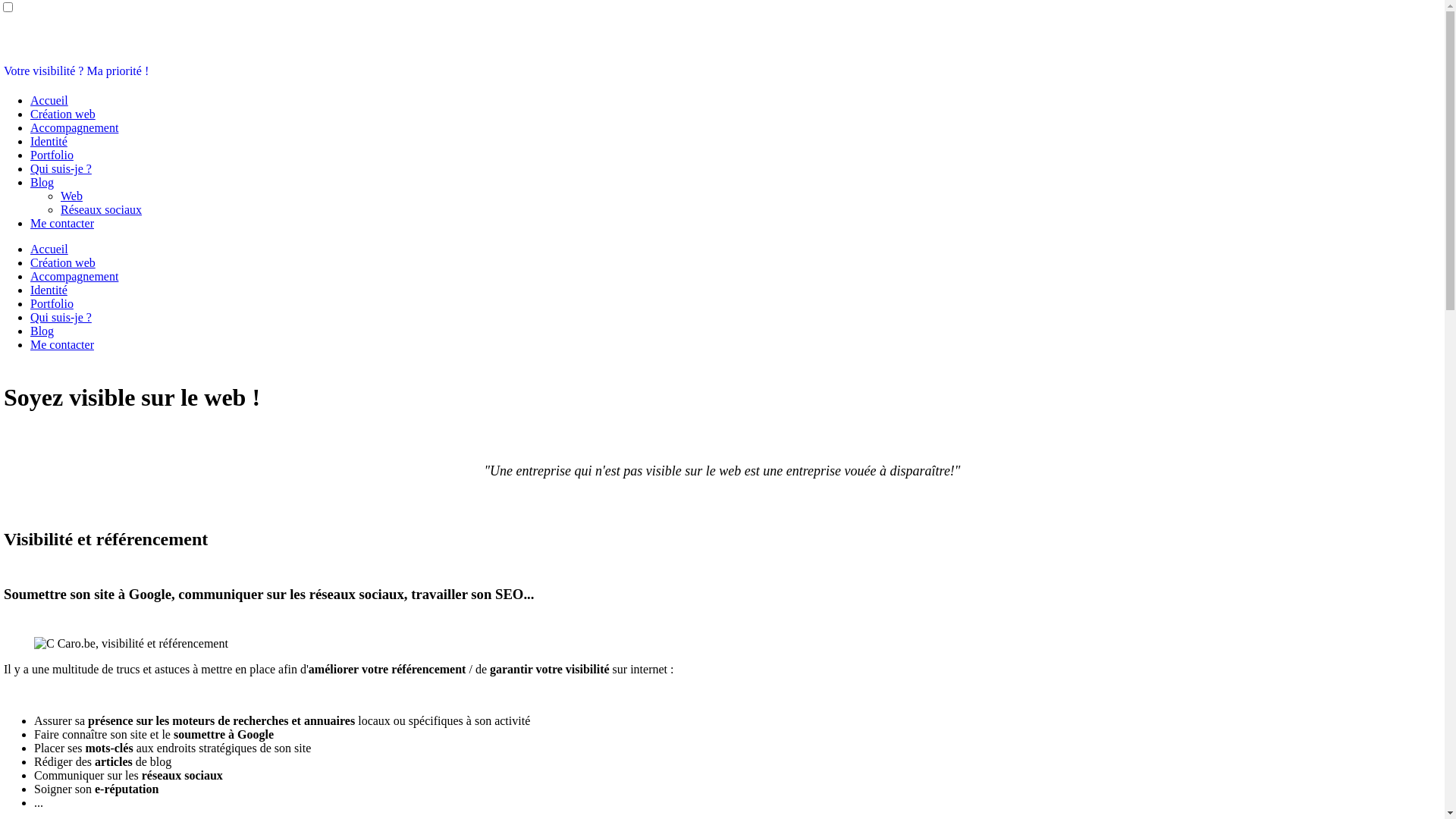 The height and width of the screenshot is (819, 1456). Describe the element at coordinates (61, 316) in the screenshot. I see `'Qui suis-je ?'` at that location.